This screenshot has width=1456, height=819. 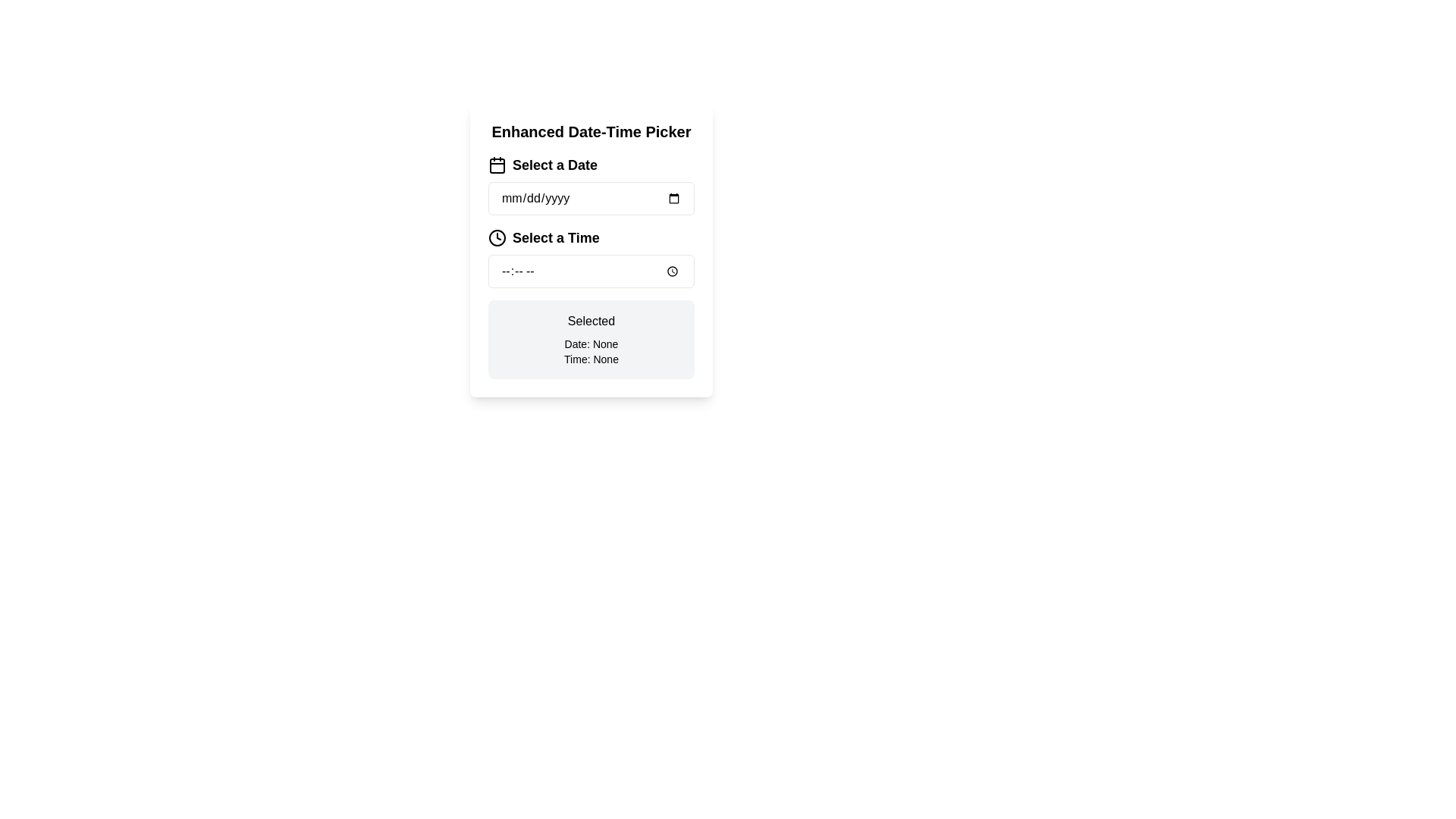 What do you see at coordinates (590, 359) in the screenshot?
I see `the informational label indicating the current state of the 'Time' selection, which currently shows 'none'` at bounding box center [590, 359].